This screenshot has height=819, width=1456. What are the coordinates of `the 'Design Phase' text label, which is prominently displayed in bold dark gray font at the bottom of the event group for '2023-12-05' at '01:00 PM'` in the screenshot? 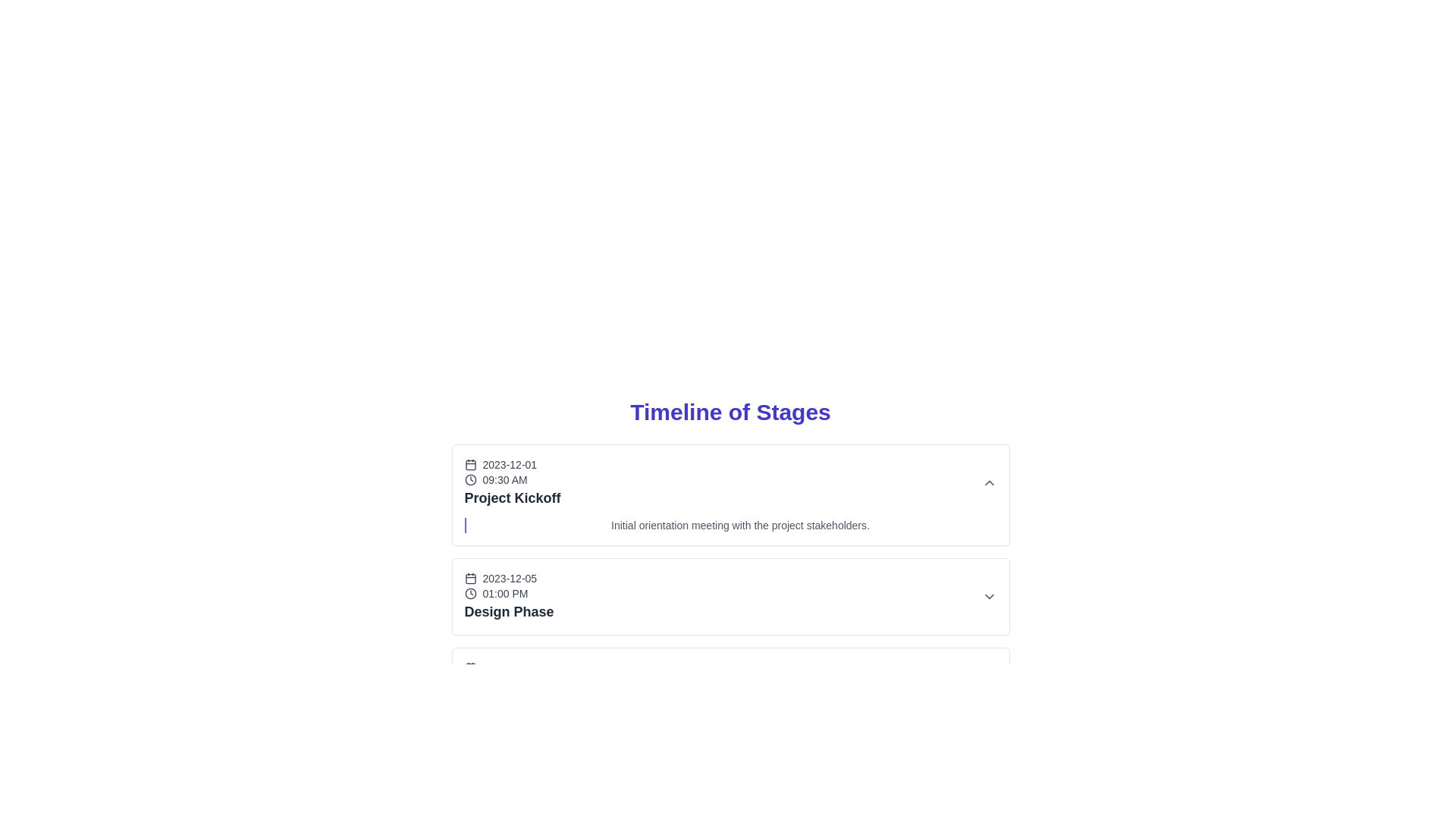 It's located at (509, 610).